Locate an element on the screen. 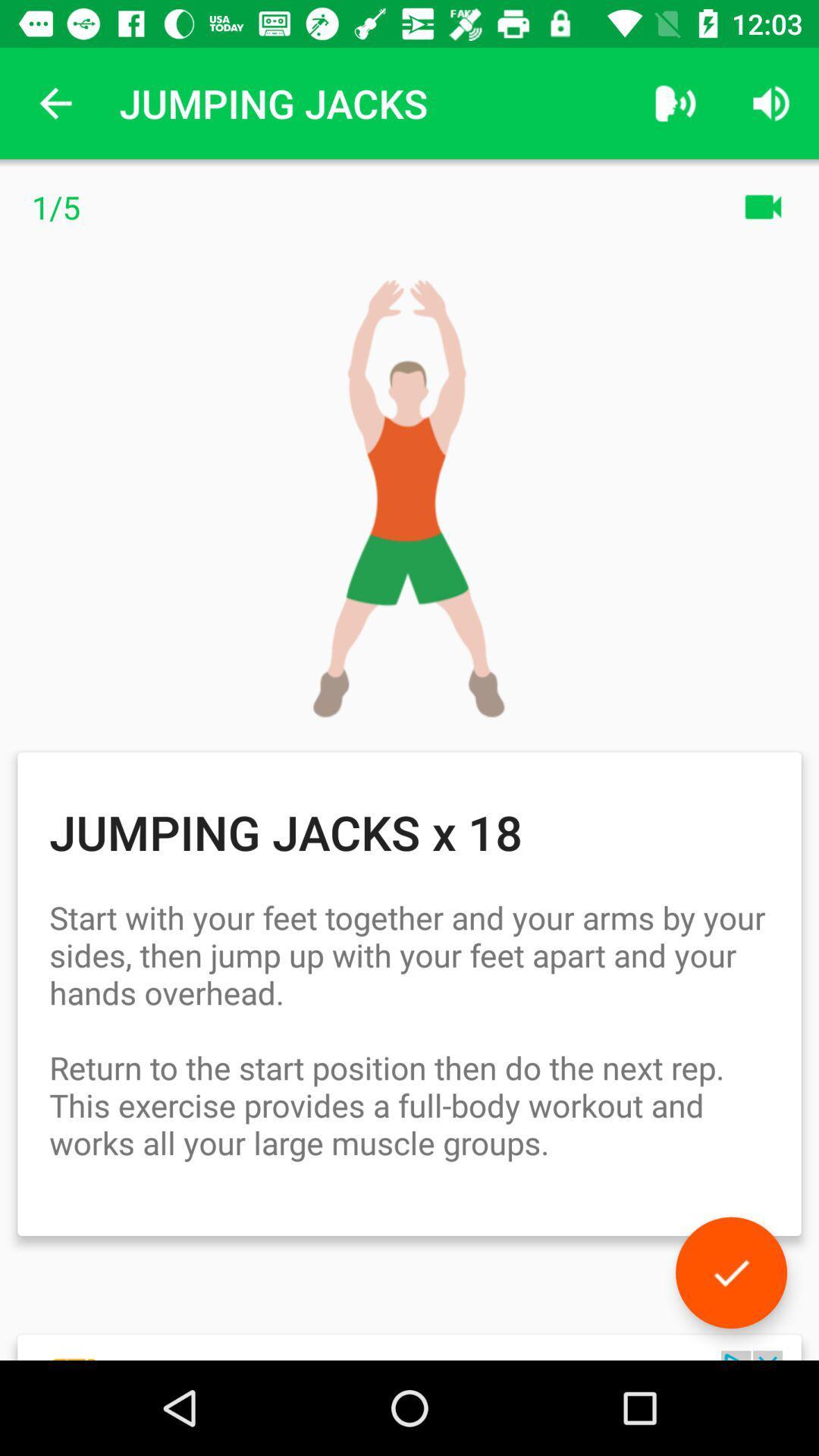 The width and height of the screenshot is (819, 1456). the check icon is located at coordinates (730, 1272).